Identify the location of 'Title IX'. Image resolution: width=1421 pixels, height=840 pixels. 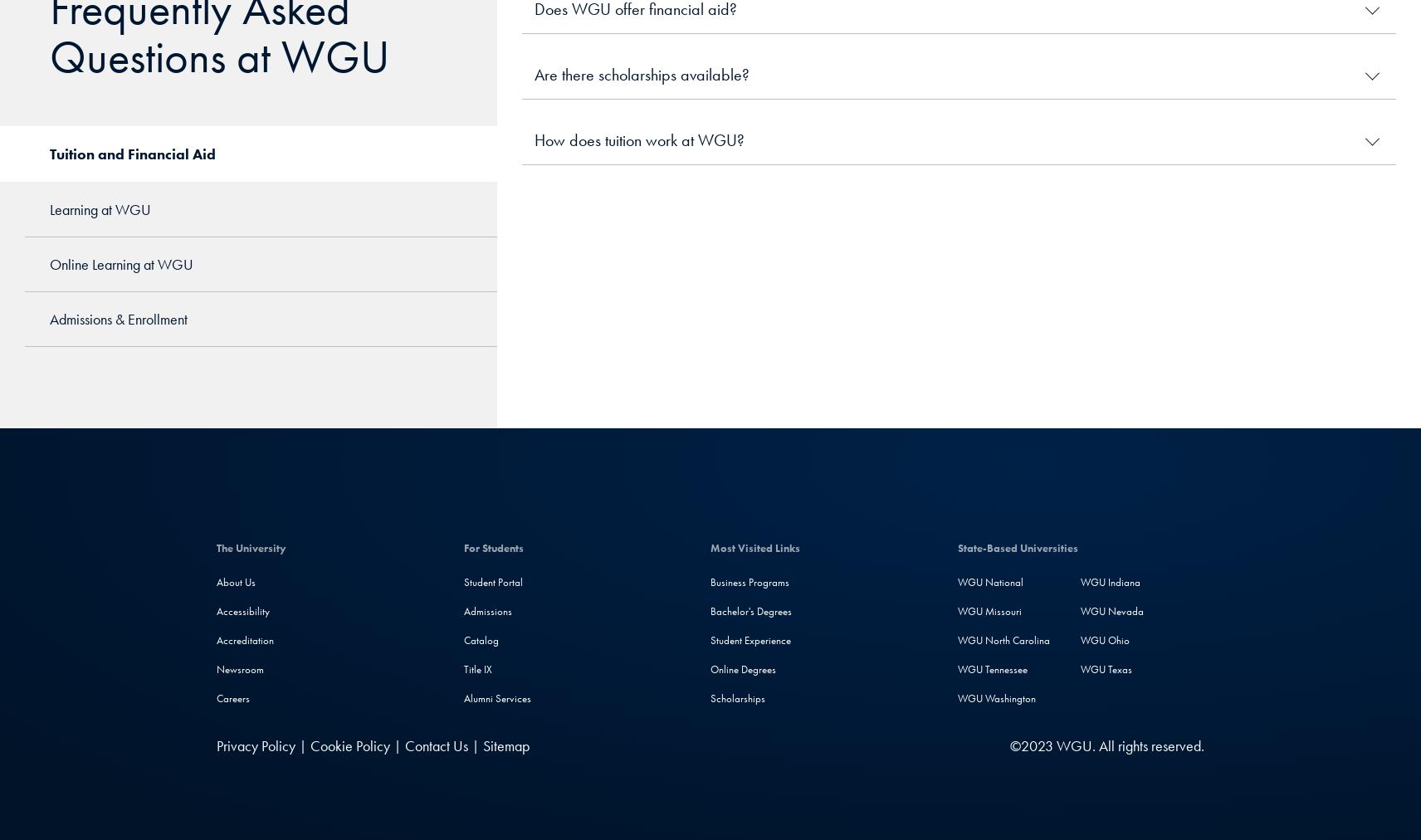
(476, 668).